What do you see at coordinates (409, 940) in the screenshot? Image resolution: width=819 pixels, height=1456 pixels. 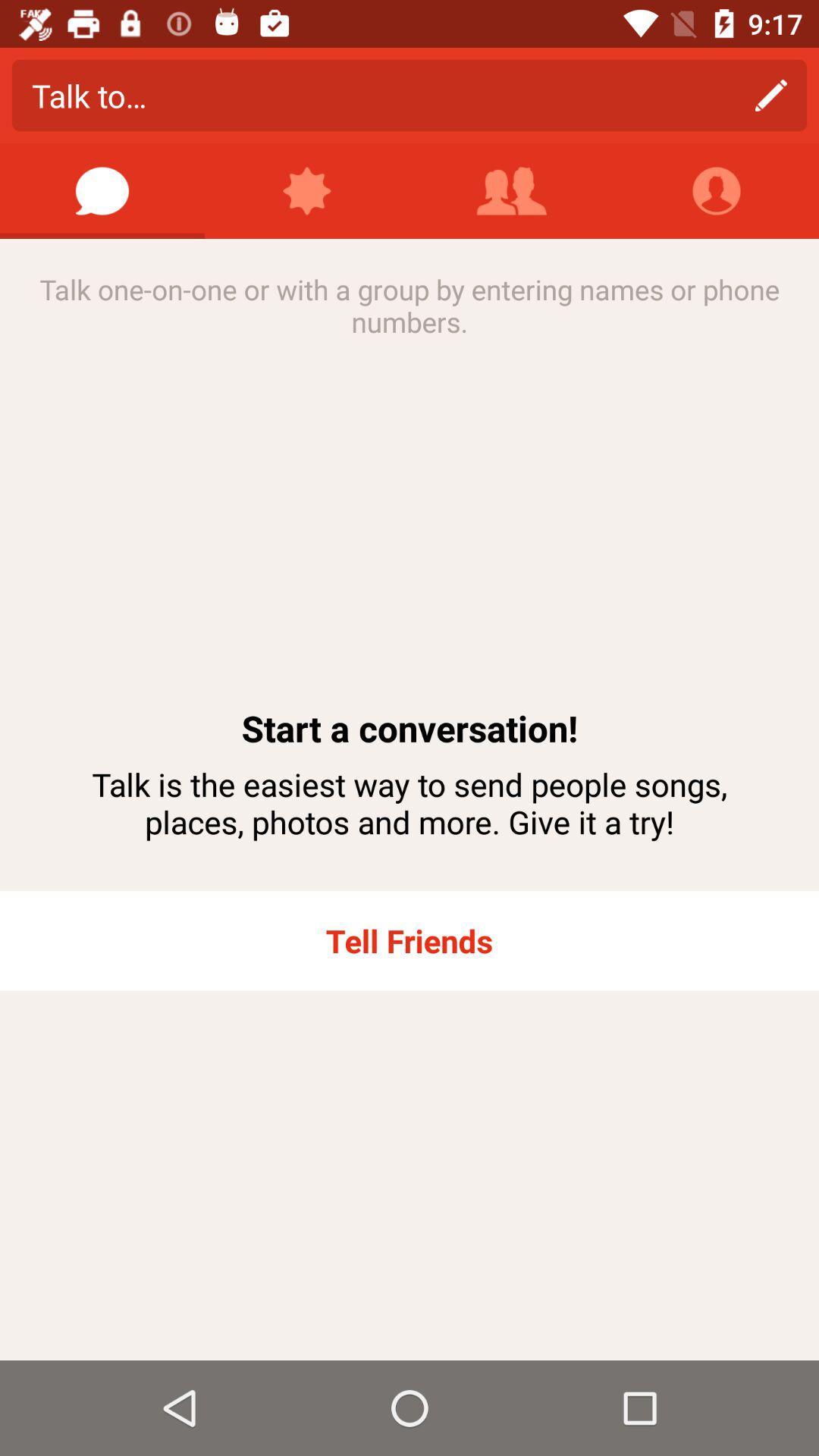 I see `tell friends icon` at bounding box center [409, 940].